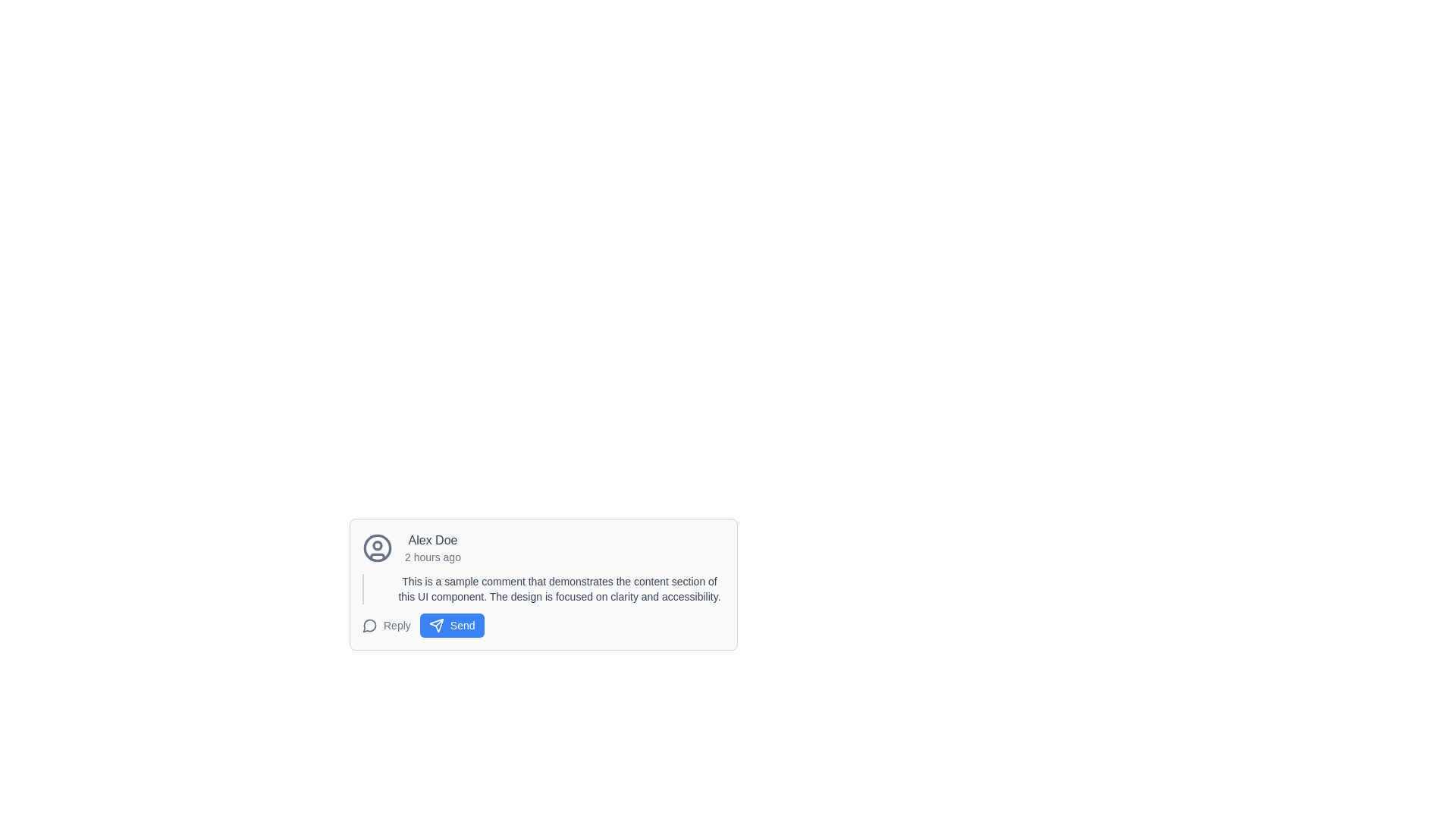 Image resolution: width=1456 pixels, height=819 pixels. Describe the element at coordinates (432, 540) in the screenshot. I see `the static text label that displays the username of the commenter, positioned in the upper-left corner of the comment block, above the timestamp '2 hours ago' and aligned with the user avatar icon` at that location.